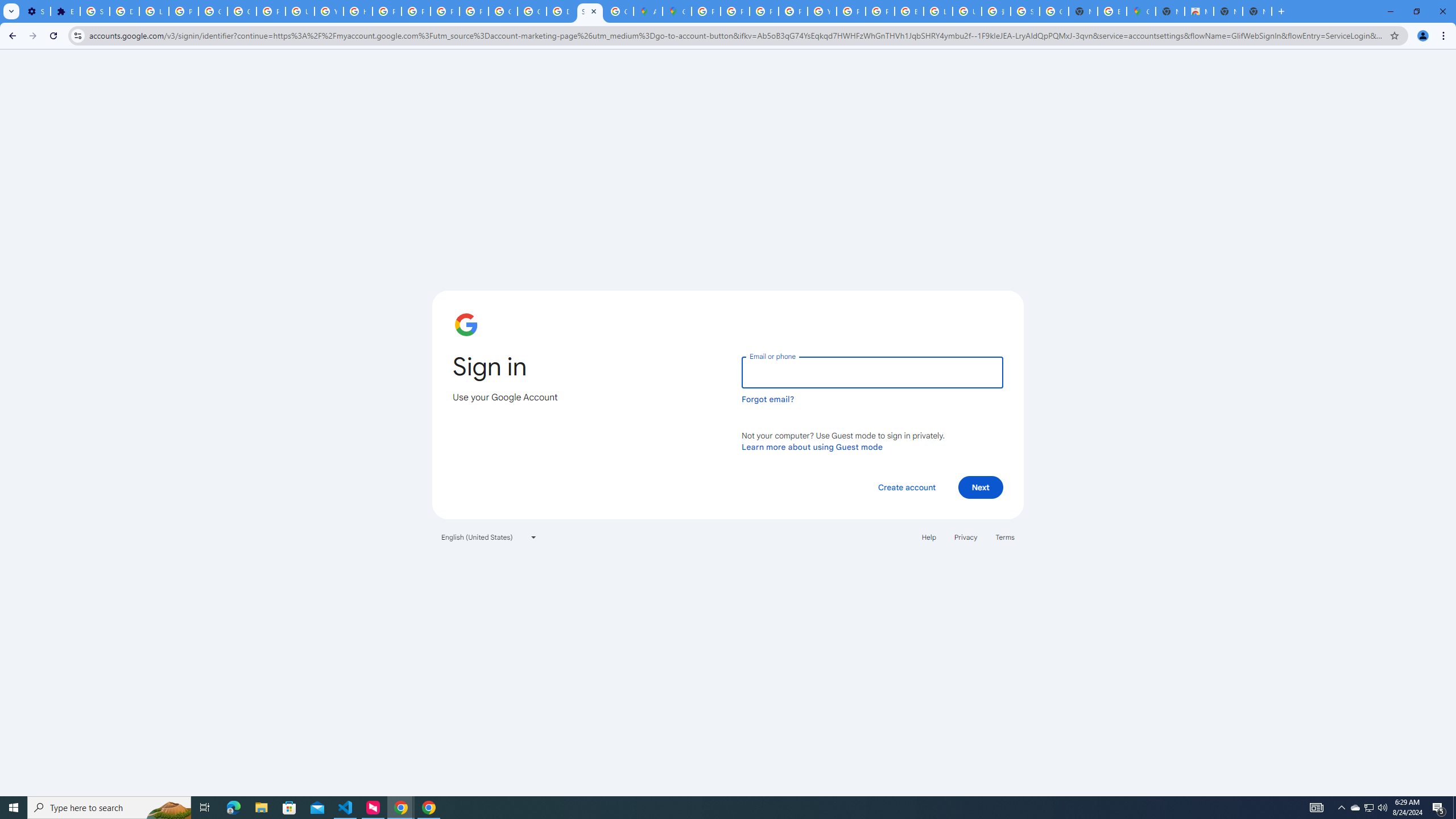 The image size is (1456, 819). What do you see at coordinates (1282, 11) in the screenshot?
I see `'New Tab'` at bounding box center [1282, 11].